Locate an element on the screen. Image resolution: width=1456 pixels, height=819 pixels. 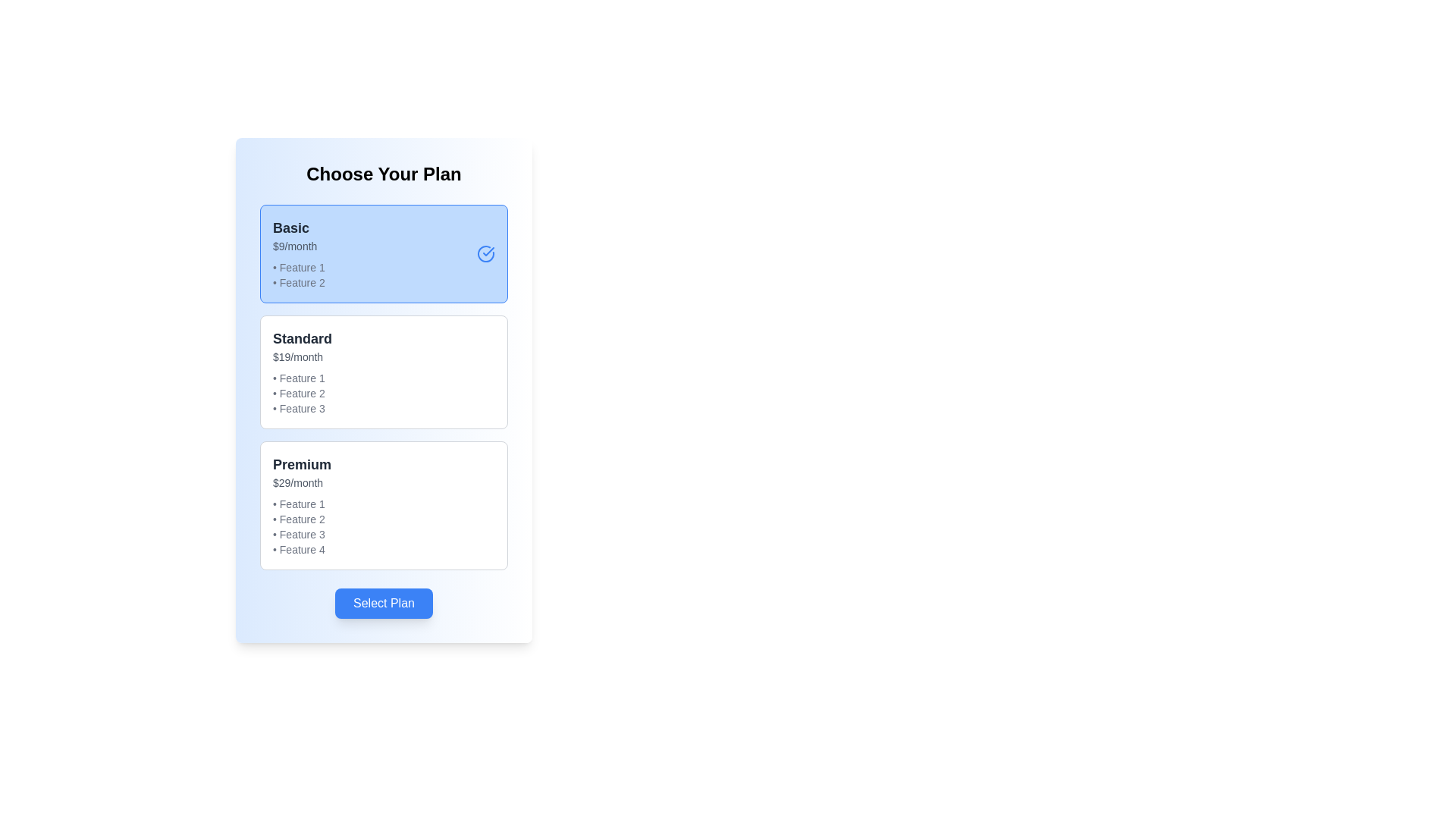
the text list that displays features of the 'Standard' plan, located beneath the title and price details is located at coordinates (302, 393).